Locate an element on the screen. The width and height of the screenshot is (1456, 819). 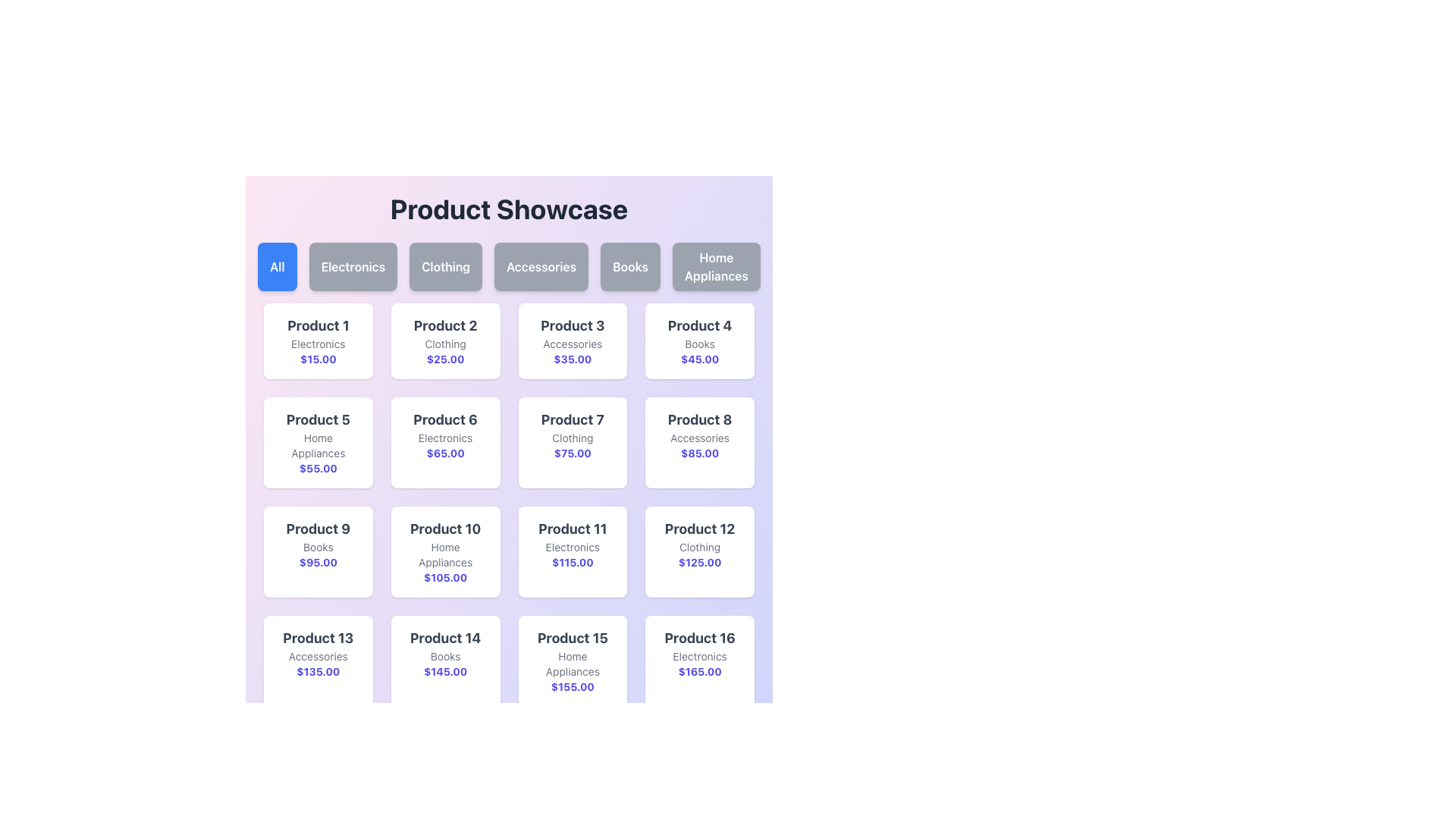
the product listing card located in the last row and second column from the left is located at coordinates (444, 770).